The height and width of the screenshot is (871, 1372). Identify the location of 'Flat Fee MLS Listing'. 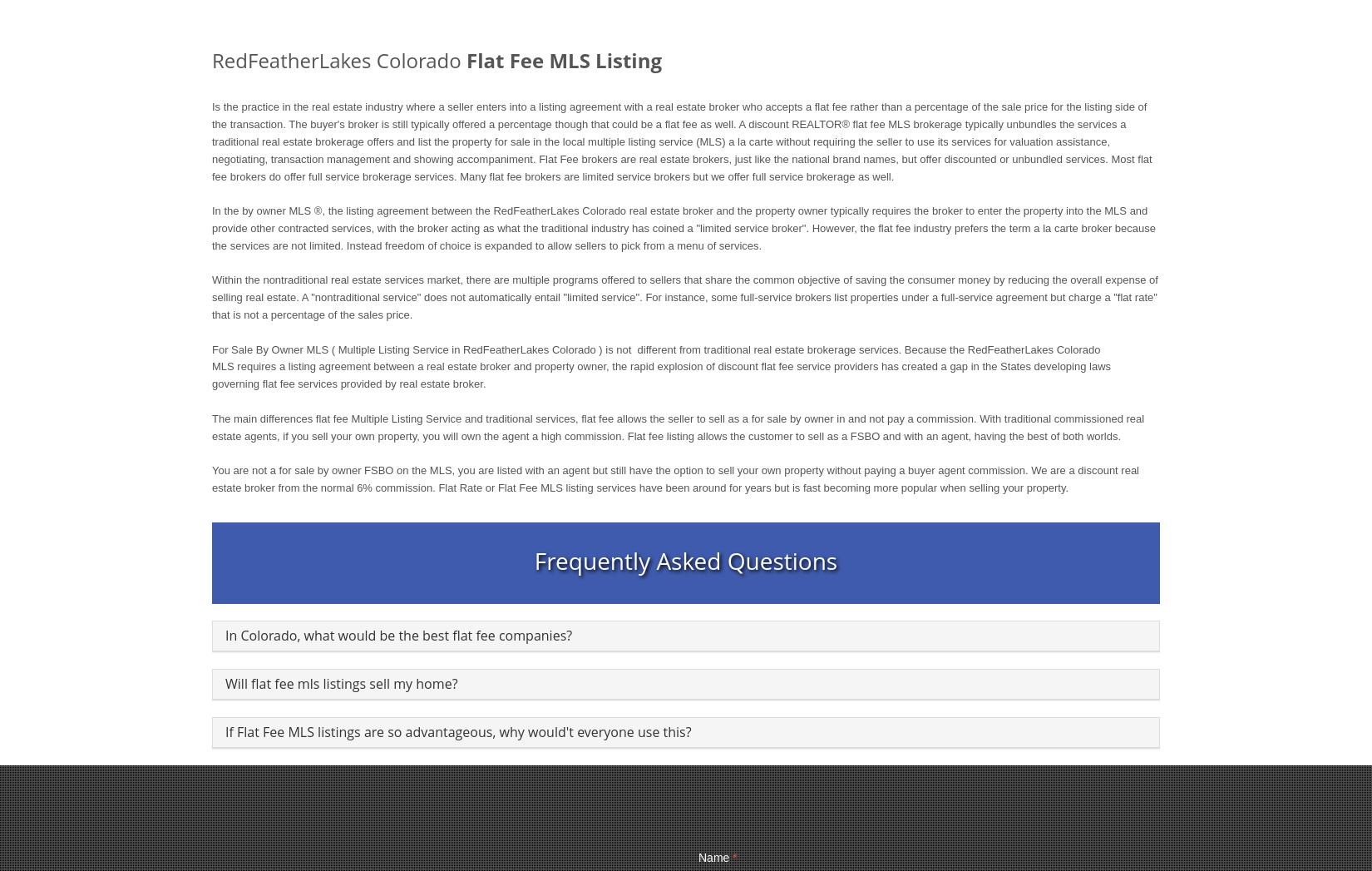
(560, 59).